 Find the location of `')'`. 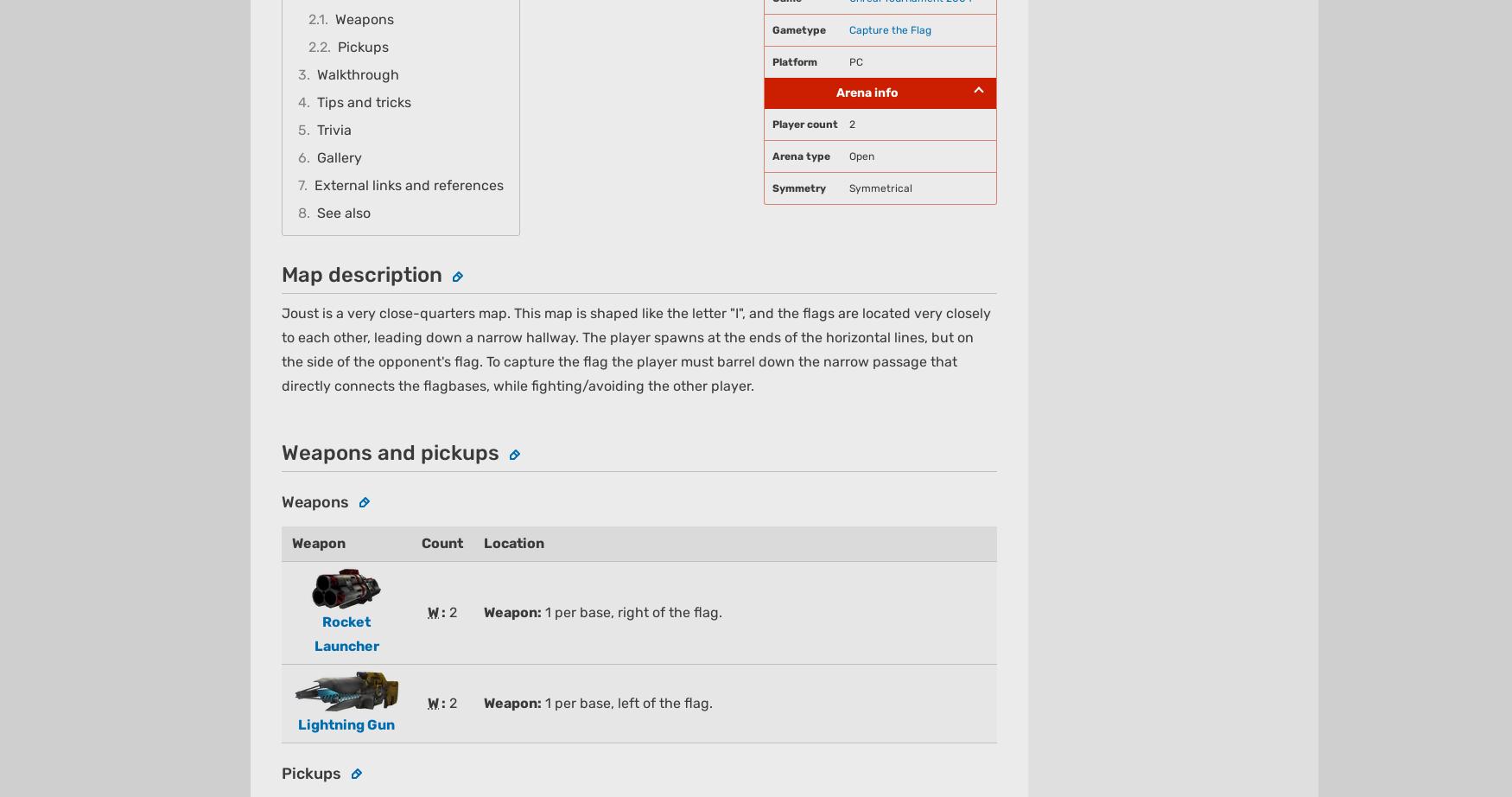

')' is located at coordinates (525, 150).